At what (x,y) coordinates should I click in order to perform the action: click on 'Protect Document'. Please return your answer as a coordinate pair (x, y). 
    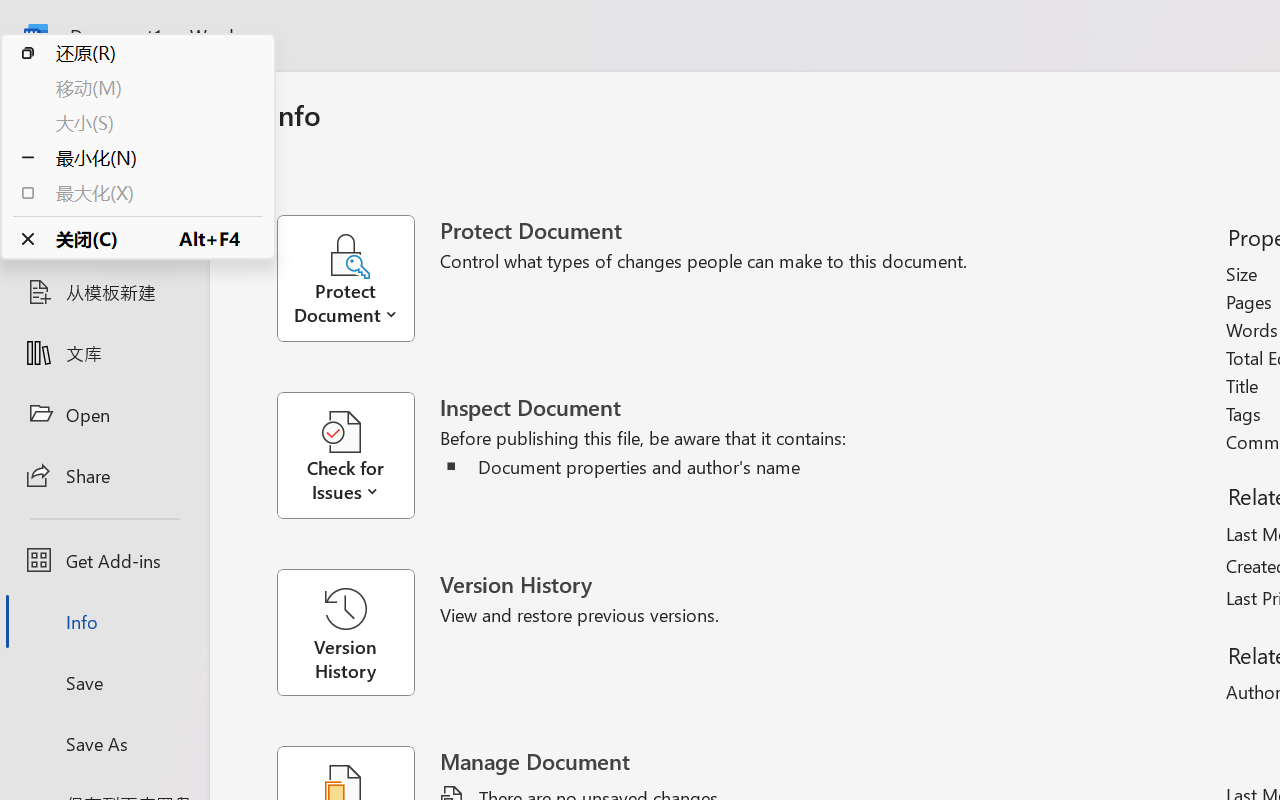
    Looking at the image, I should click on (358, 278).